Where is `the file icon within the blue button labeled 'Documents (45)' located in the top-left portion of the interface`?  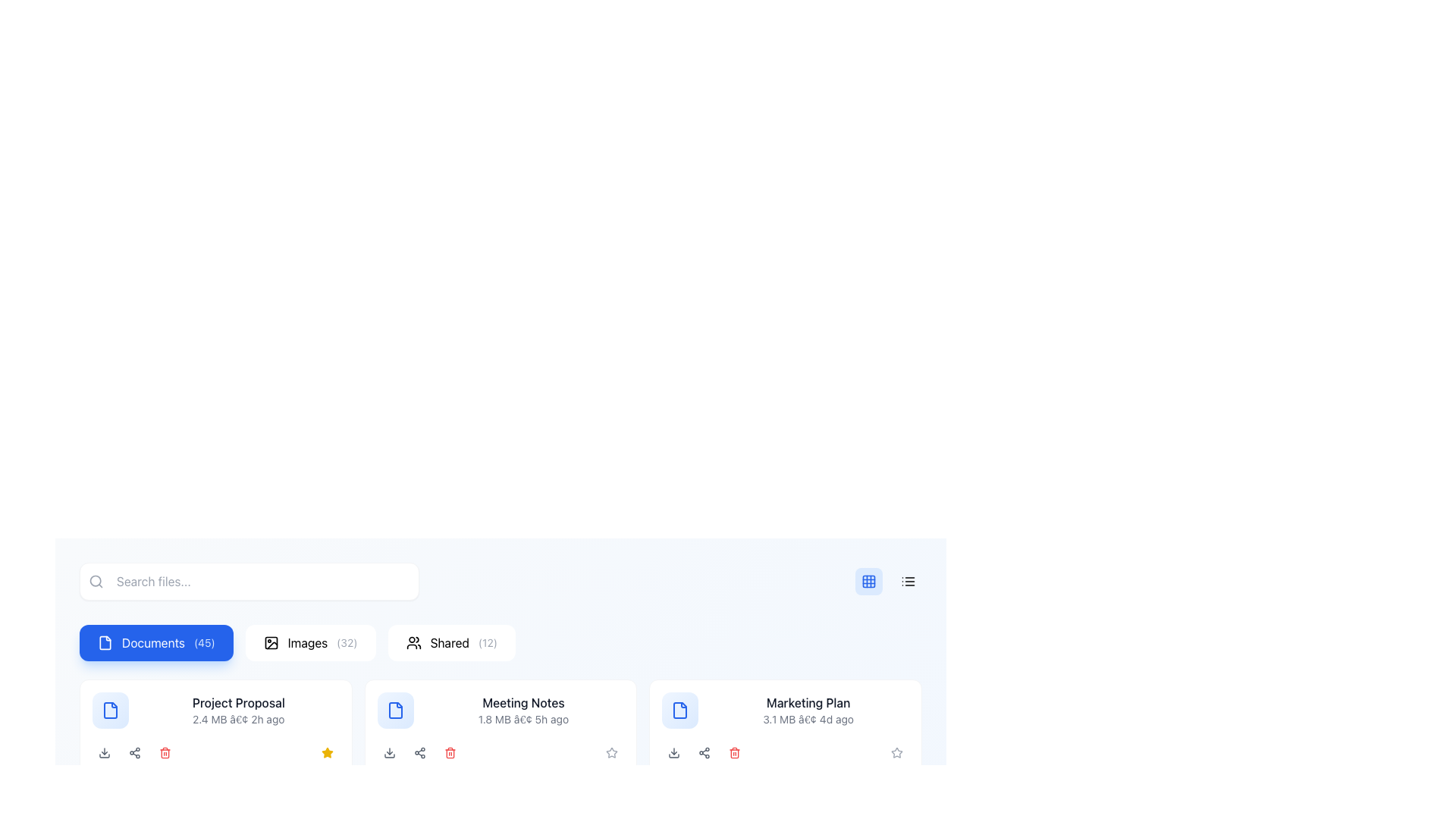 the file icon within the blue button labeled 'Documents (45)' located in the top-left portion of the interface is located at coordinates (105, 643).